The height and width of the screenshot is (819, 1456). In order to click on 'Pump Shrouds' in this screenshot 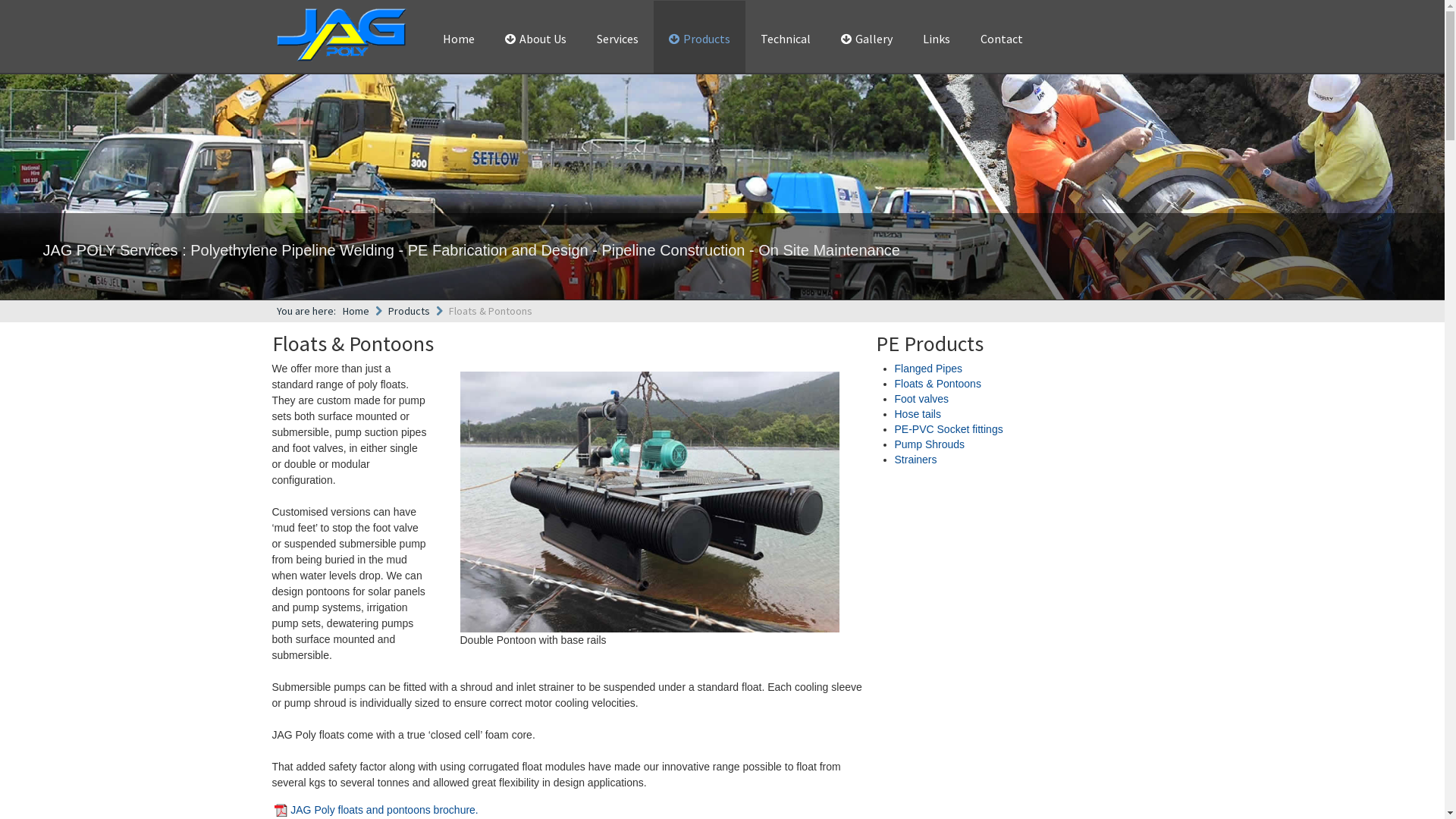, I will do `click(929, 444)`.